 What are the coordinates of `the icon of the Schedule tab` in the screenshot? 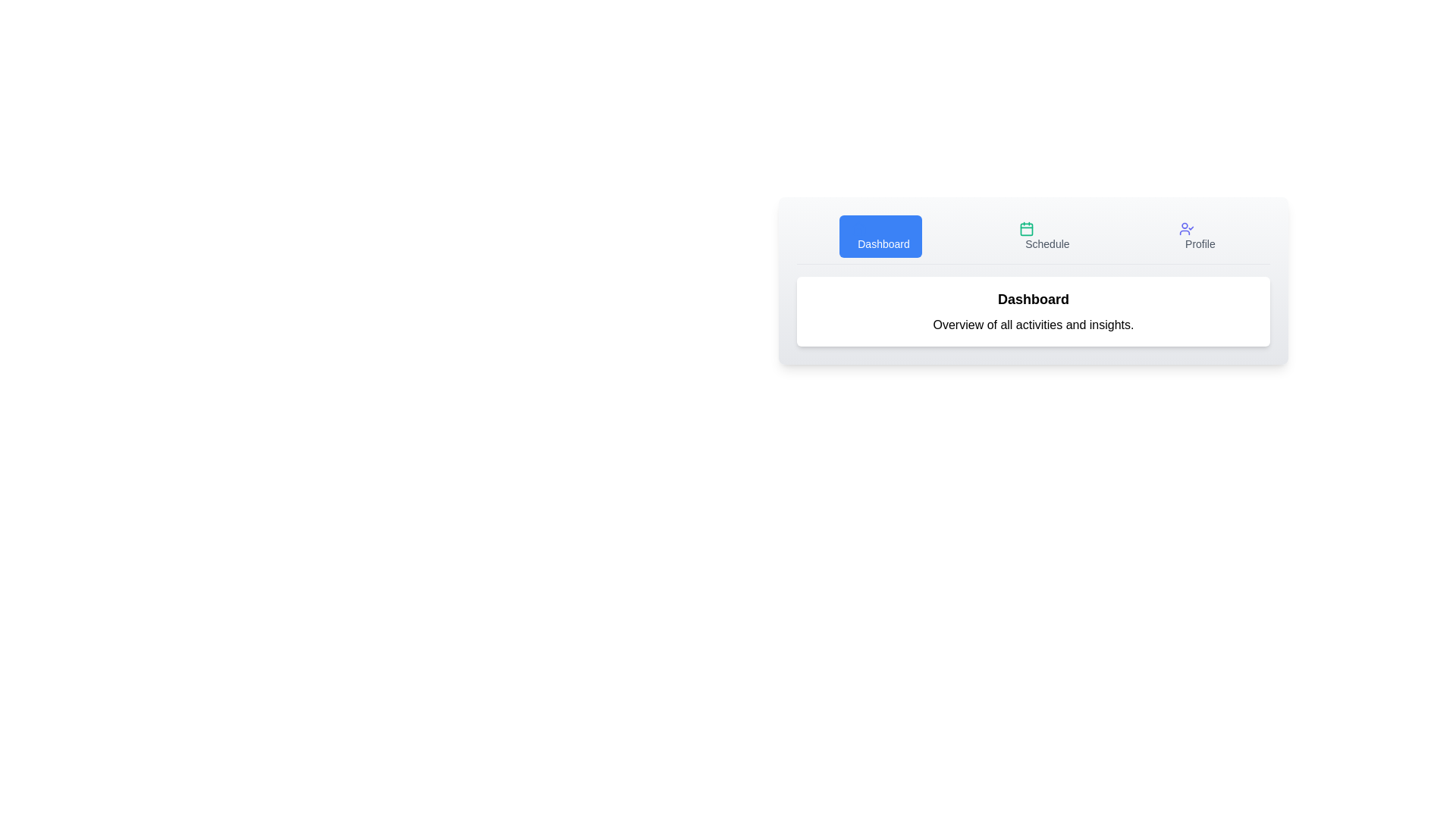 It's located at (1027, 228).